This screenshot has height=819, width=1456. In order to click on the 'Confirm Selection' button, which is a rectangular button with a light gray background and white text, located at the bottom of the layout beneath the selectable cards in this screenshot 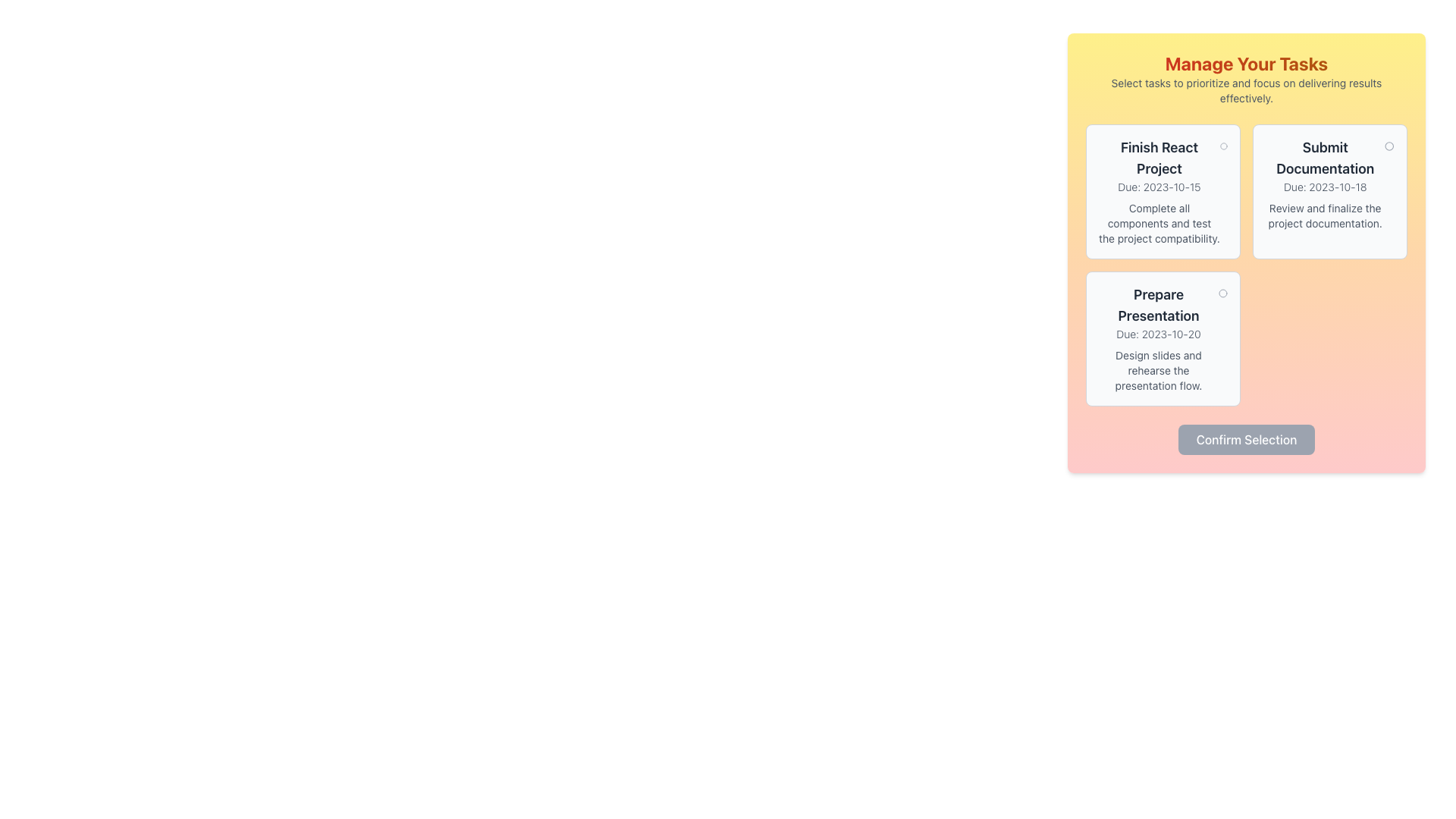, I will do `click(1246, 439)`.